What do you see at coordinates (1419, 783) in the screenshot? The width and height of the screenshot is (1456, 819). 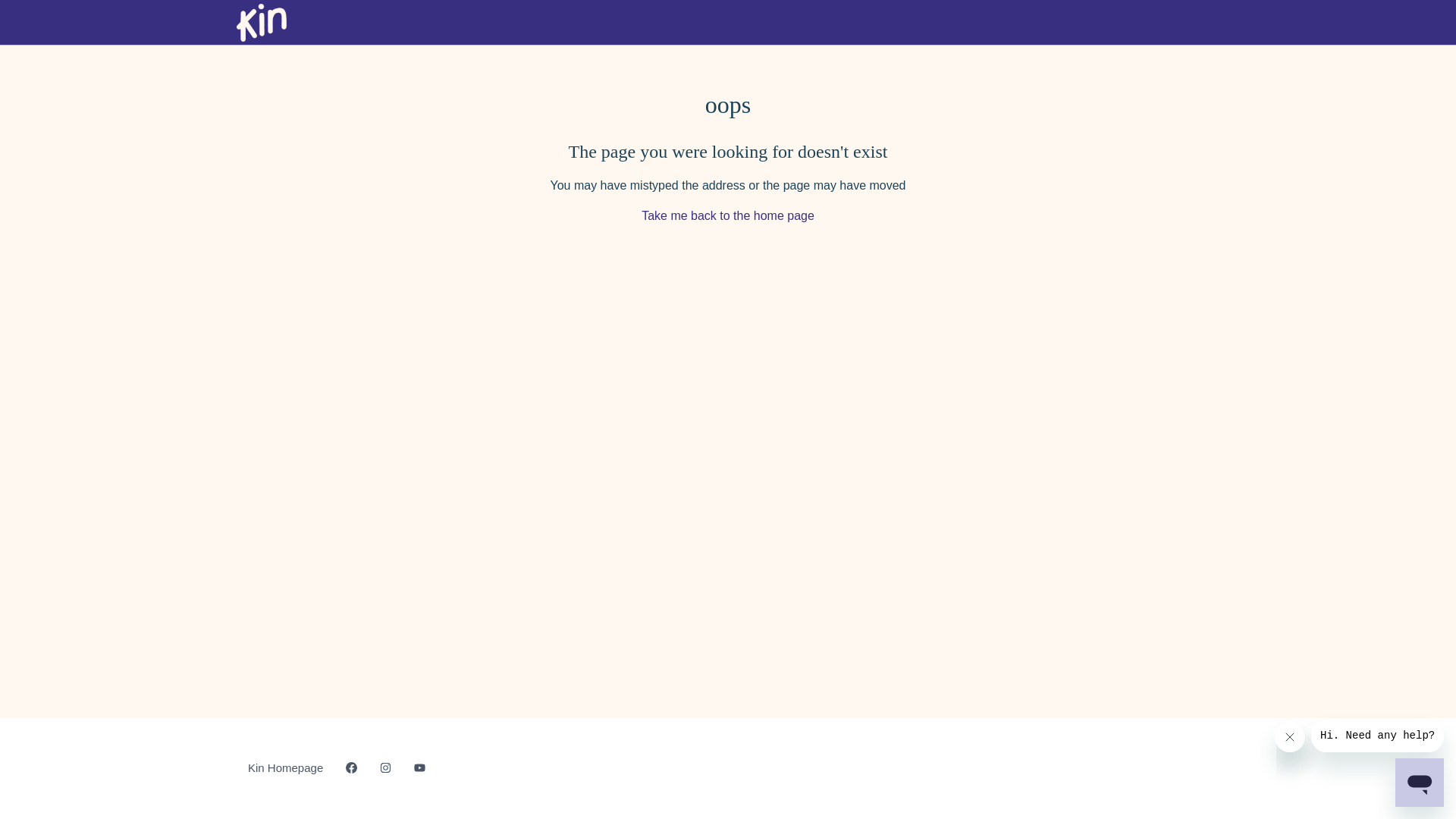 I see `'Button to launch messaging window'` at bounding box center [1419, 783].